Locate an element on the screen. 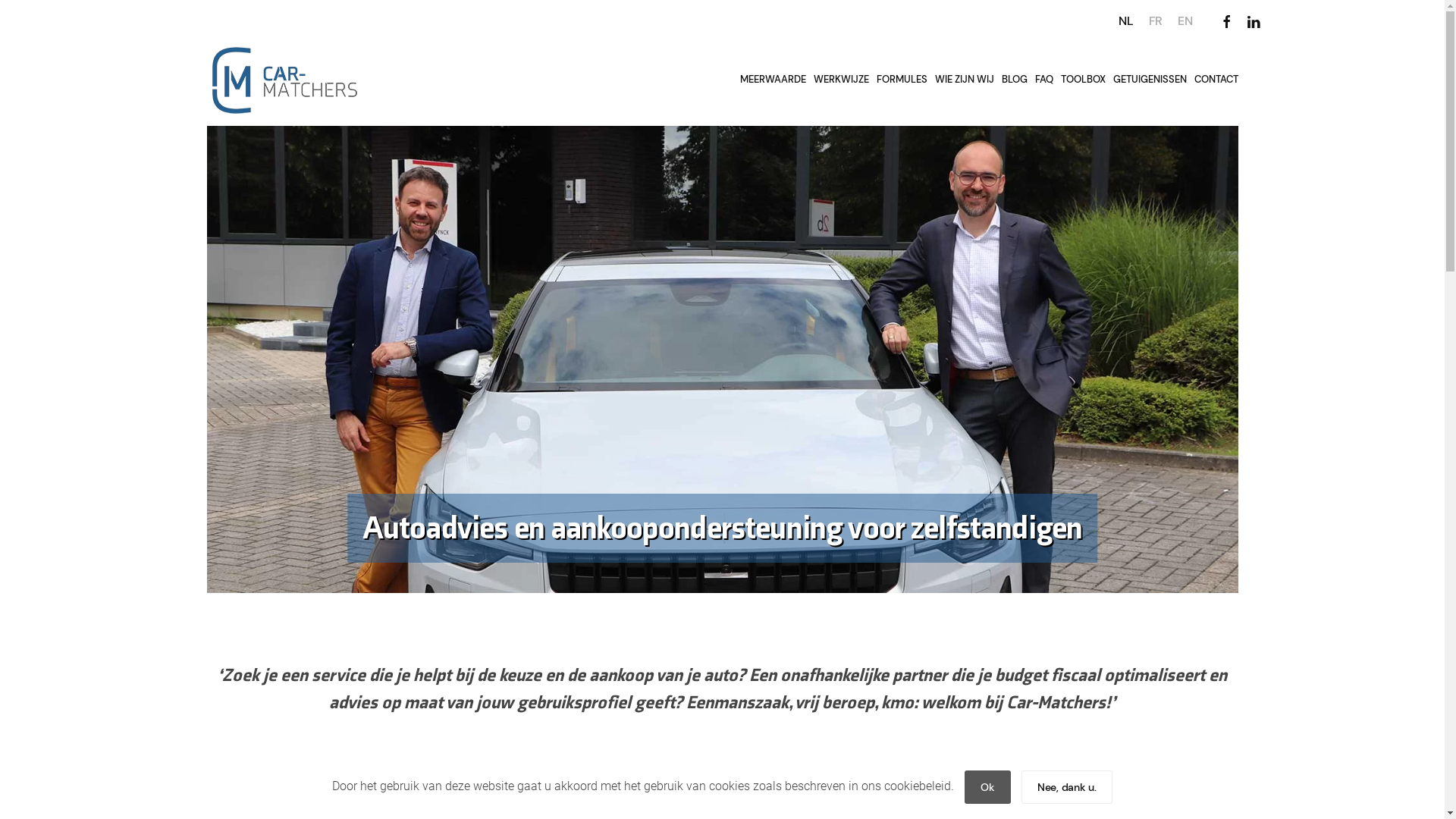 This screenshot has height=819, width=1456. 'NL' is located at coordinates (1125, 20).